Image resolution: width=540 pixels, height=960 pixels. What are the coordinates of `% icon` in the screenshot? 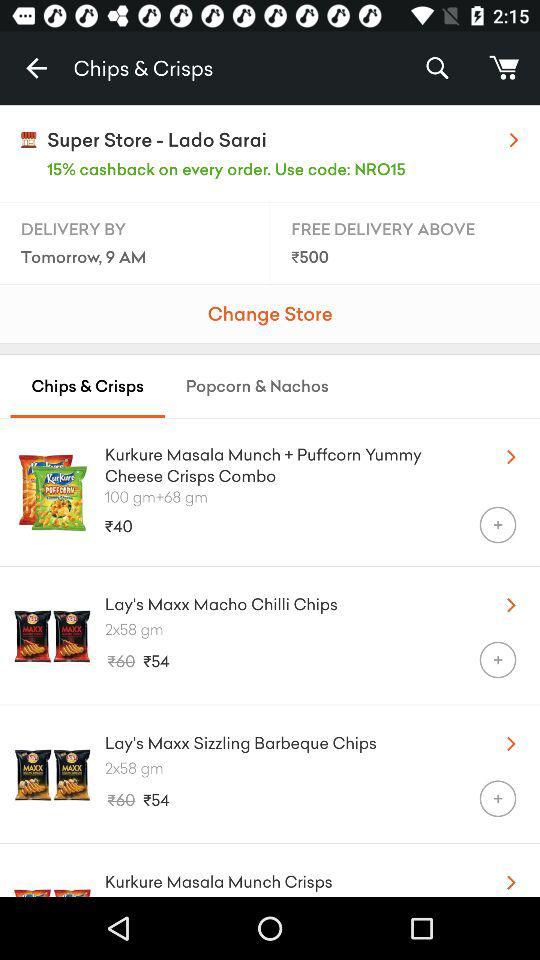 It's located at (436, 68).